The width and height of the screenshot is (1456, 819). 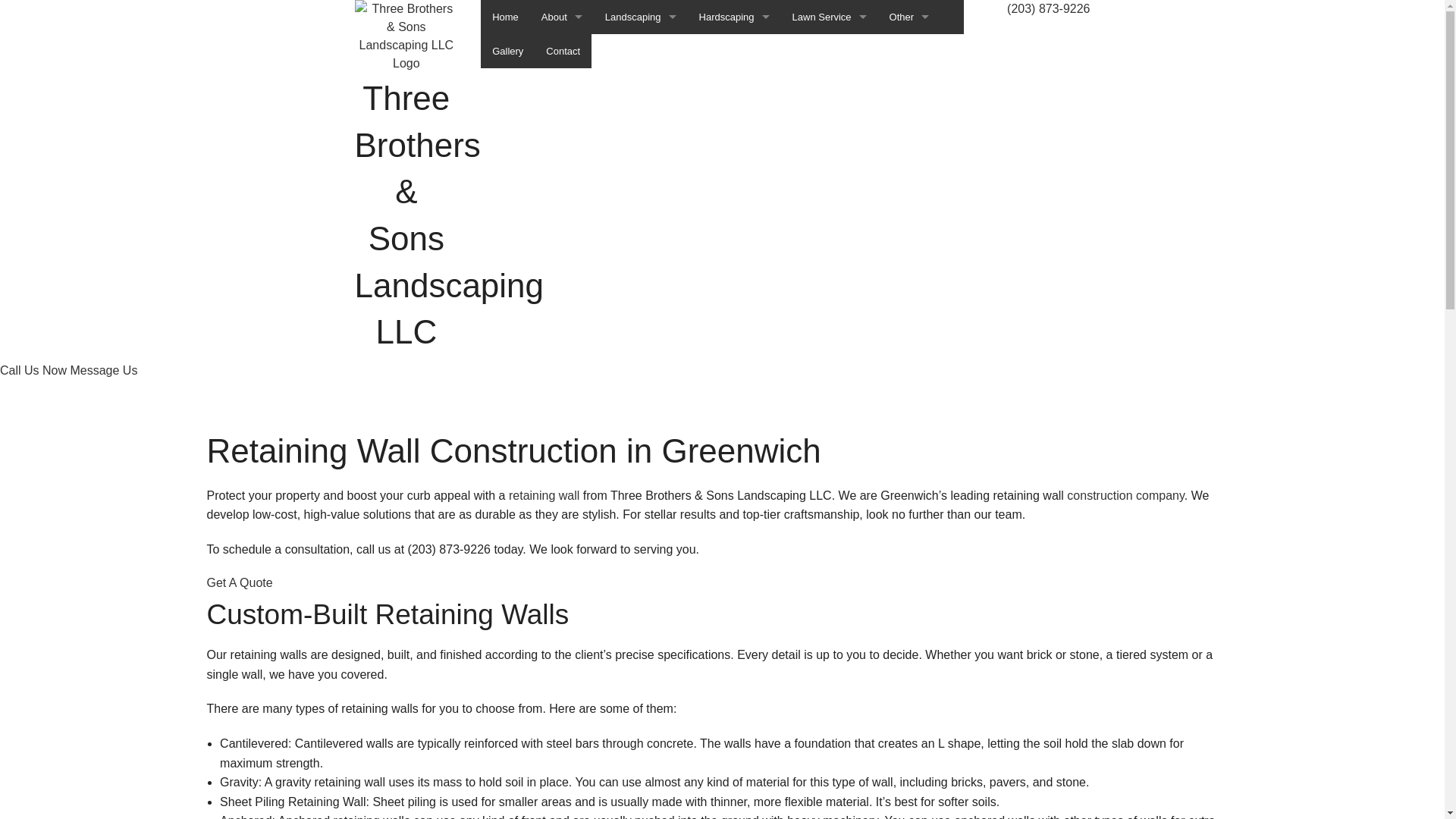 I want to click on 'Fall Yard Clean-Up', so click(x=909, y=528).